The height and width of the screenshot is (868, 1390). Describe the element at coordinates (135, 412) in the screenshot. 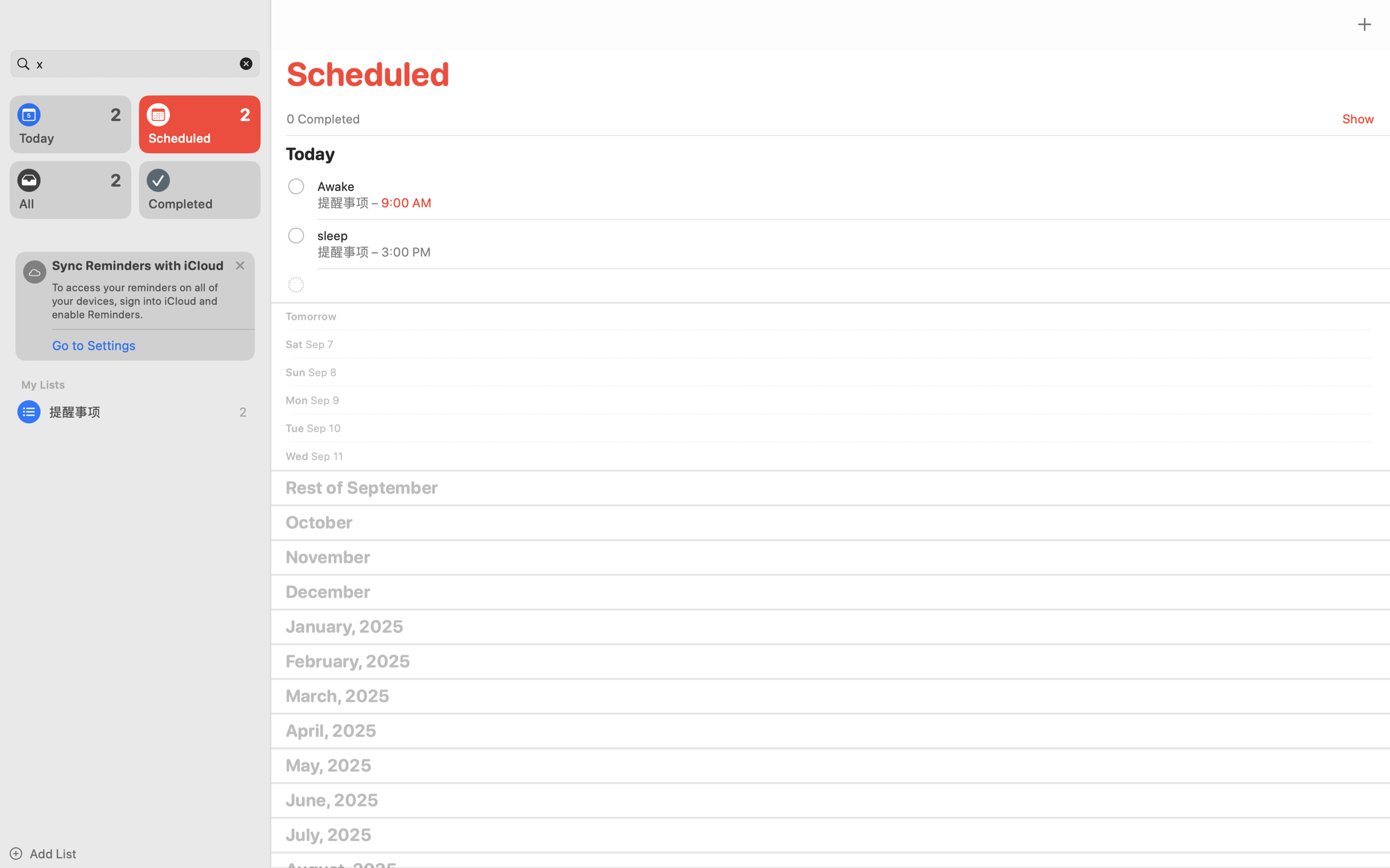

I see `'提醒事项'` at that location.